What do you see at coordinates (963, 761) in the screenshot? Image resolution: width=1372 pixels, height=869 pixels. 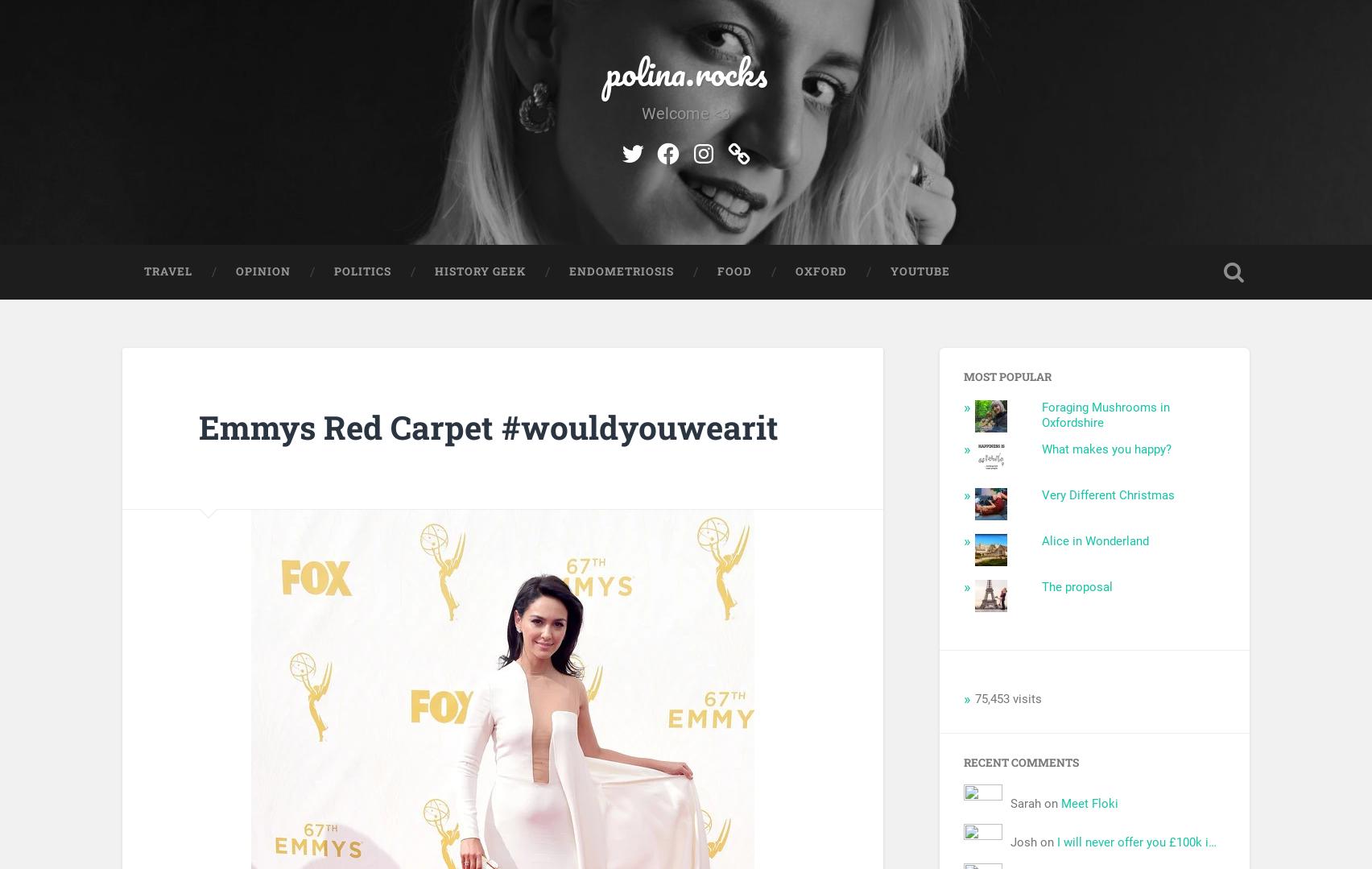 I see `'Recent Comments'` at bounding box center [963, 761].